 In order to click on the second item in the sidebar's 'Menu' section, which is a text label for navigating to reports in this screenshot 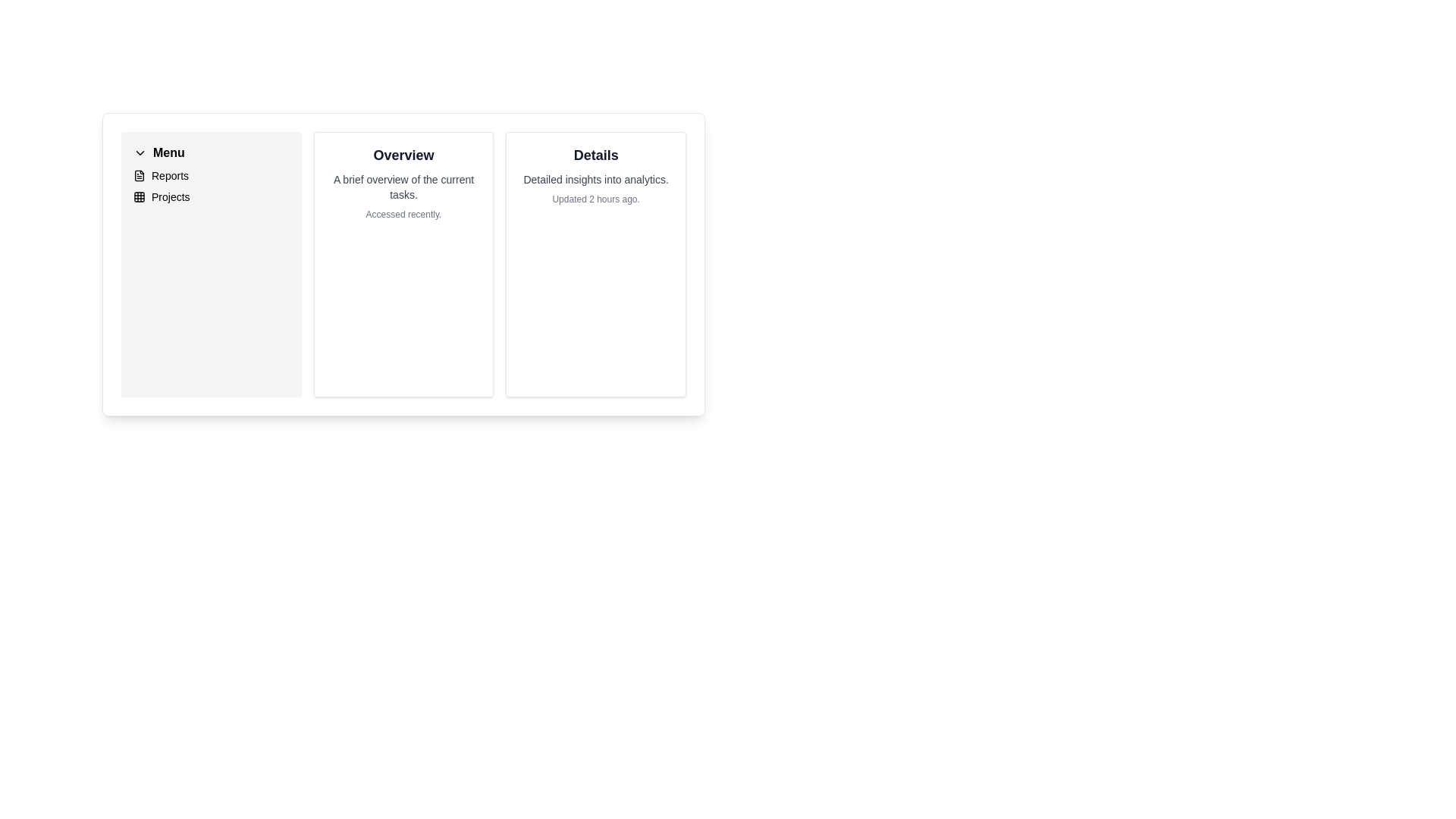, I will do `click(170, 174)`.